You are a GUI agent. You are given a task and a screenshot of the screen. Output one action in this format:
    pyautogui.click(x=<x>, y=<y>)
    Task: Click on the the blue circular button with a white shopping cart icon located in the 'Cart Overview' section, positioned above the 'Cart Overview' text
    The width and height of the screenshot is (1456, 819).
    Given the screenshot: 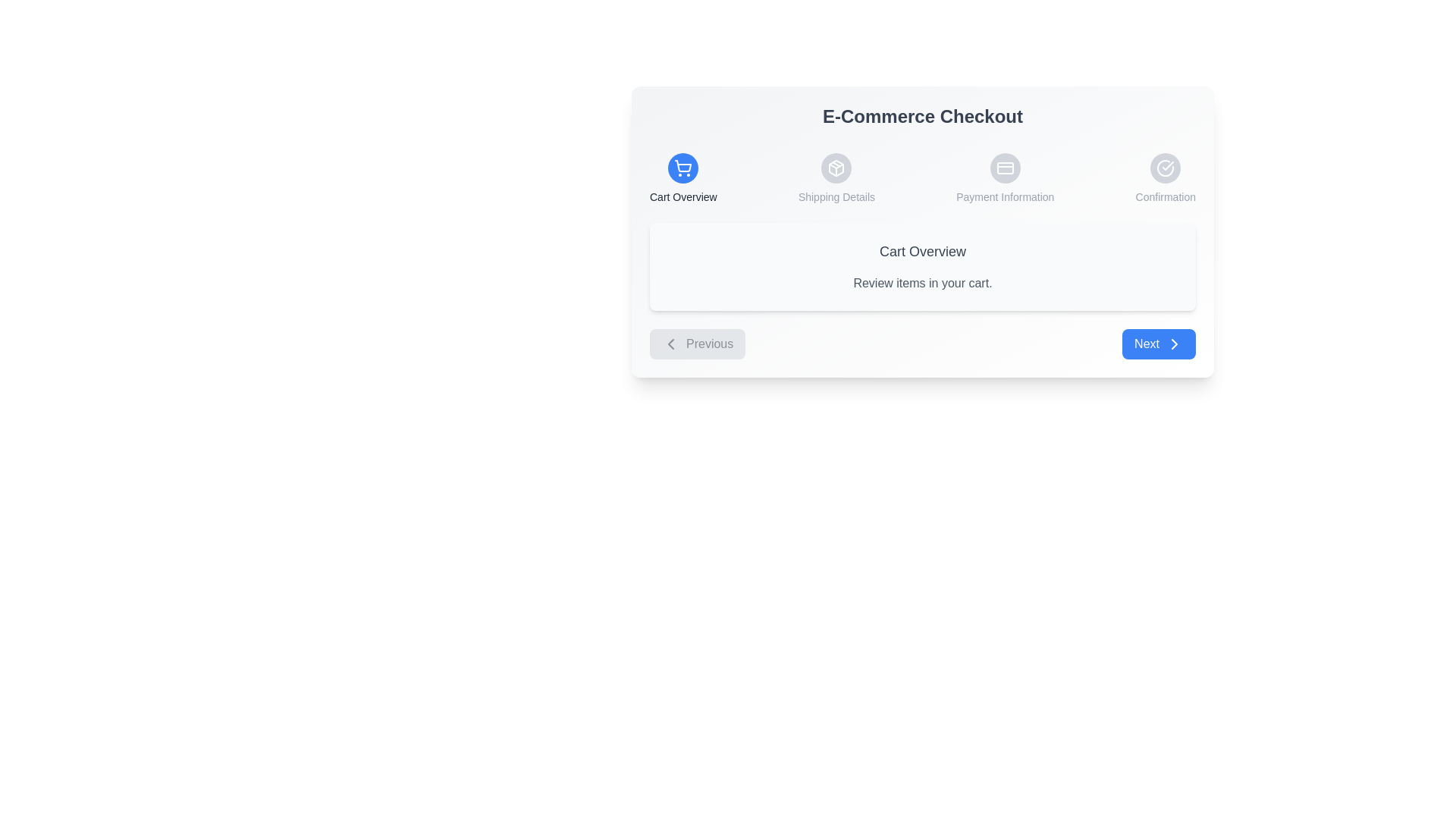 What is the action you would take?
    pyautogui.click(x=682, y=168)
    